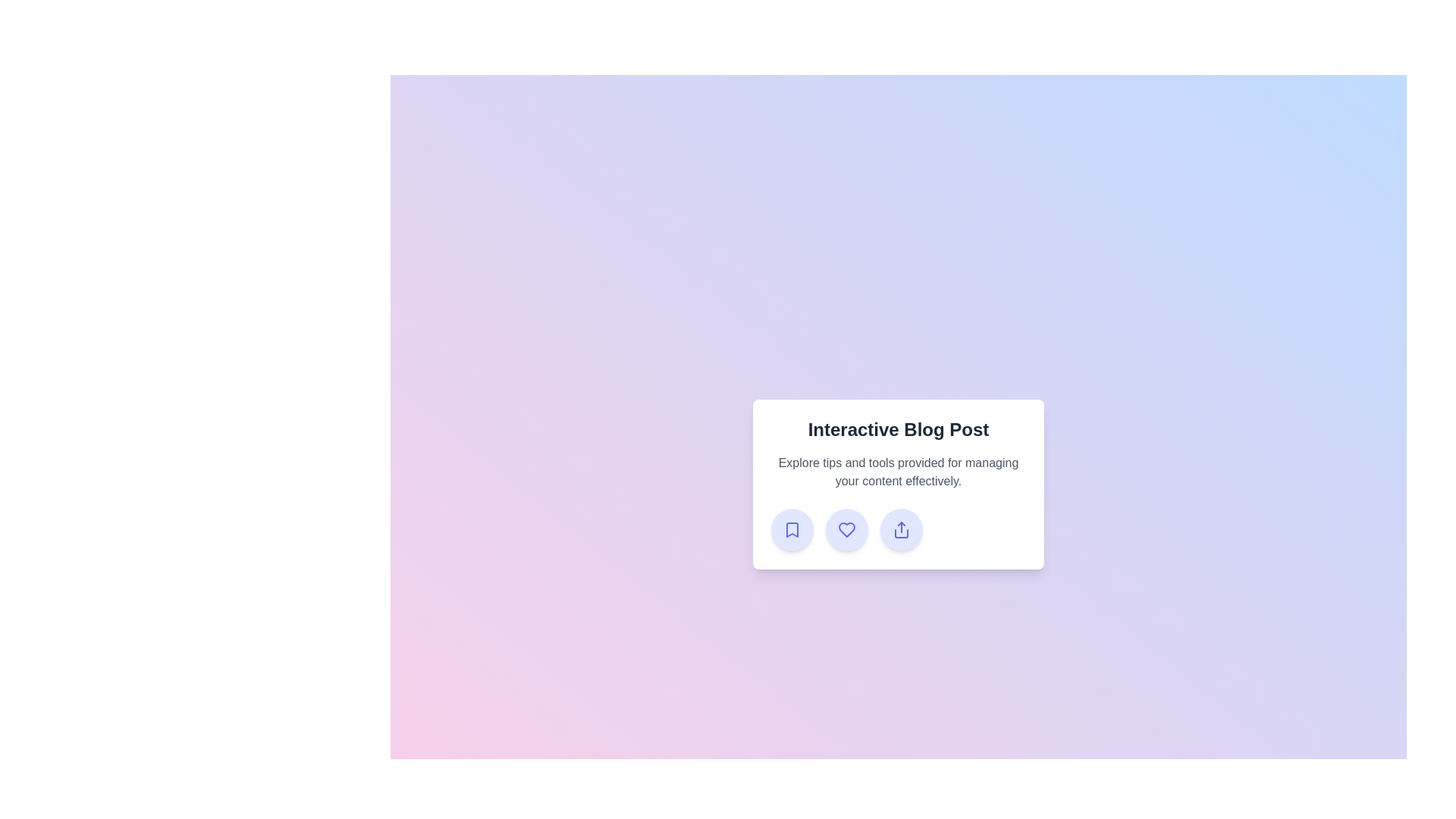 The height and width of the screenshot is (819, 1456). Describe the element at coordinates (792, 529) in the screenshot. I see `the leftmost bookmark icon in the toolbar` at that location.